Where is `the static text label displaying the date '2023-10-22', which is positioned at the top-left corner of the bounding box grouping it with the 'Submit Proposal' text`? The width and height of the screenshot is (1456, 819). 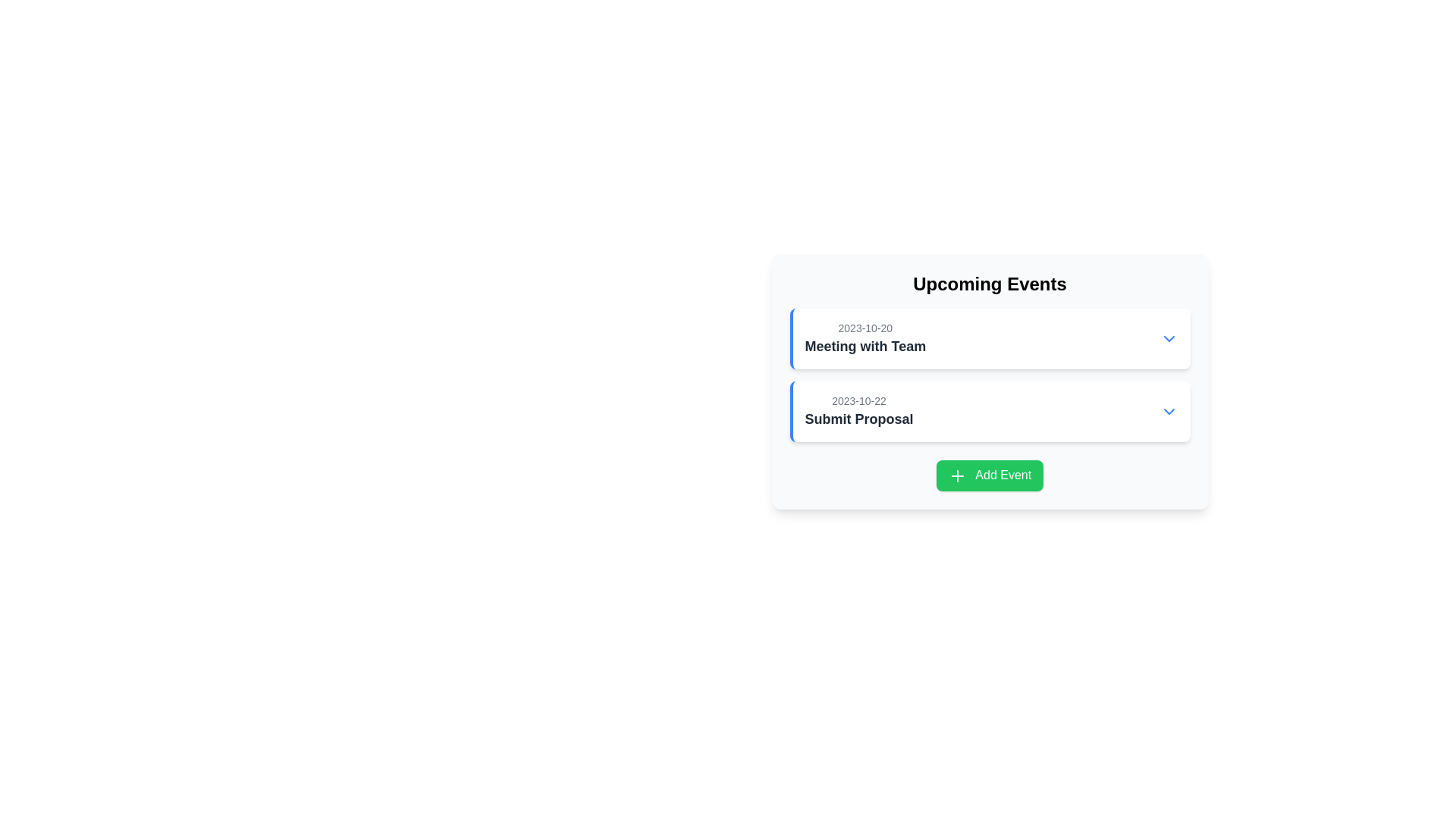
the static text label displaying the date '2023-10-22', which is positioned at the top-left corner of the bounding box grouping it with the 'Submit Proposal' text is located at coordinates (858, 400).